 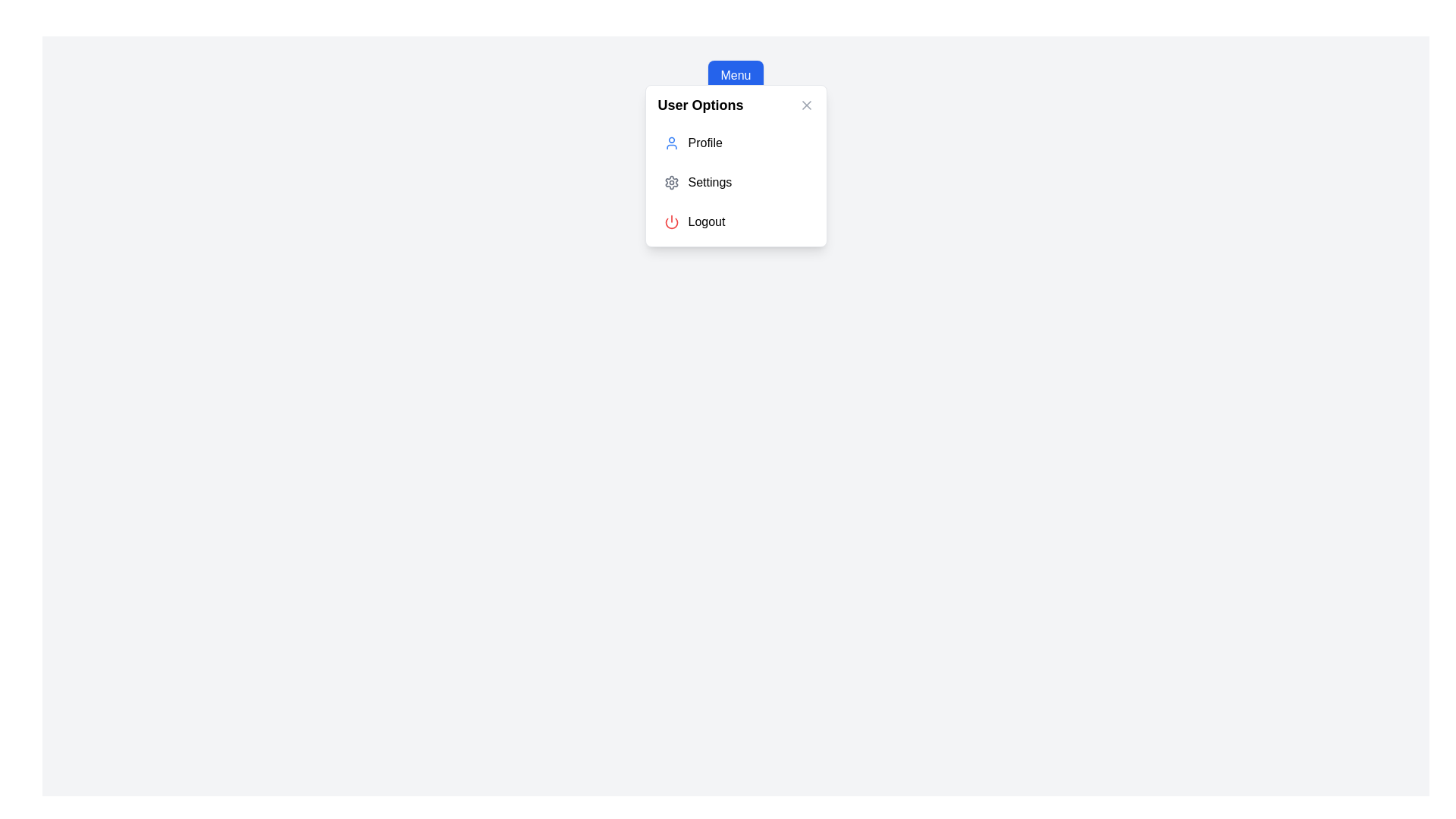 I want to click on the 'Settings' option in the vertical list under the 'User Options' dropdown menu, so click(x=736, y=181).